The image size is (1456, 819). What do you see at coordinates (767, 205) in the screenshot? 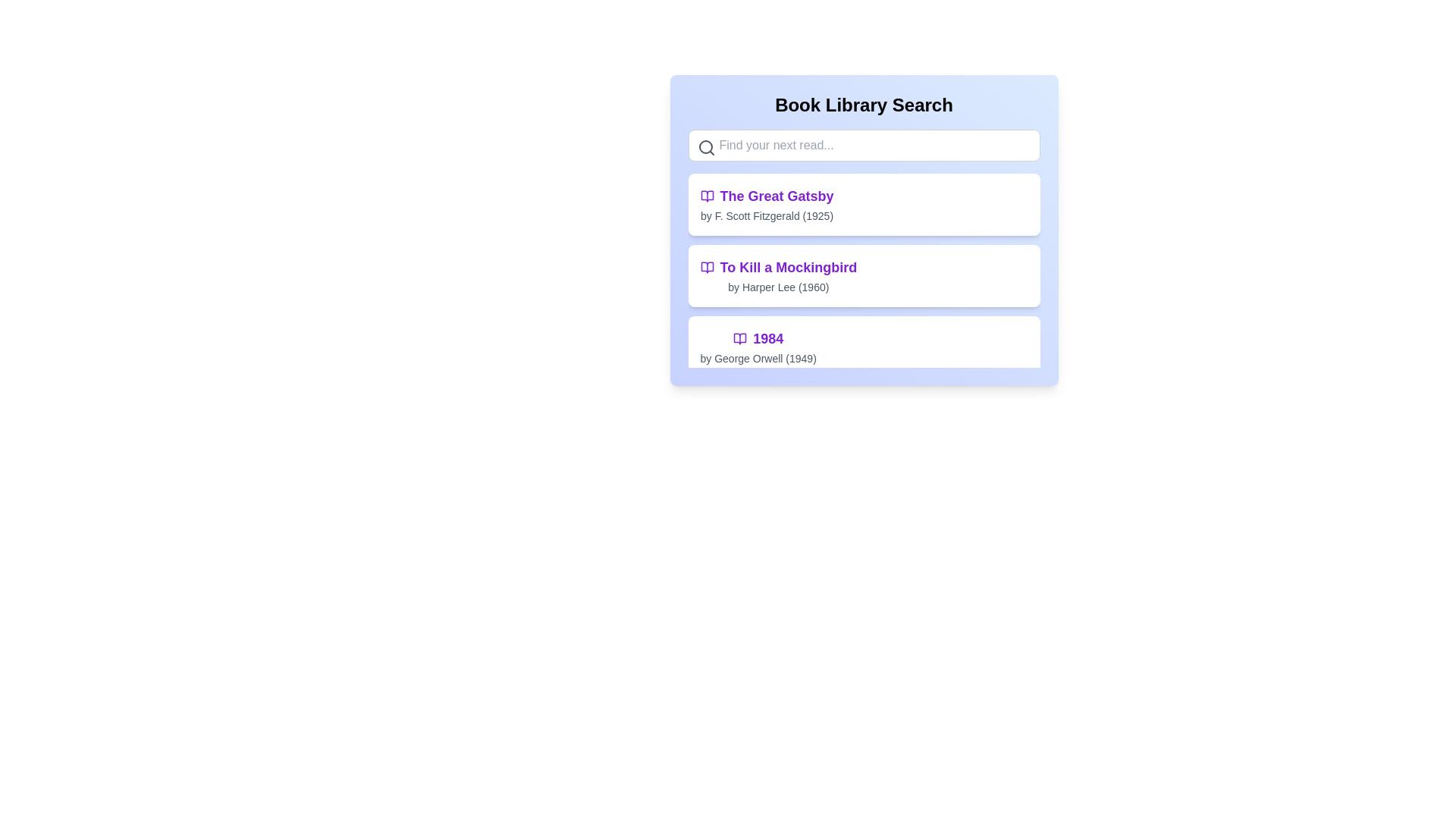
I see `the text element representing the book 'The Great Gatsby' by F. Scott Fitzgerald to read its details` at bounding box center [767, 205].